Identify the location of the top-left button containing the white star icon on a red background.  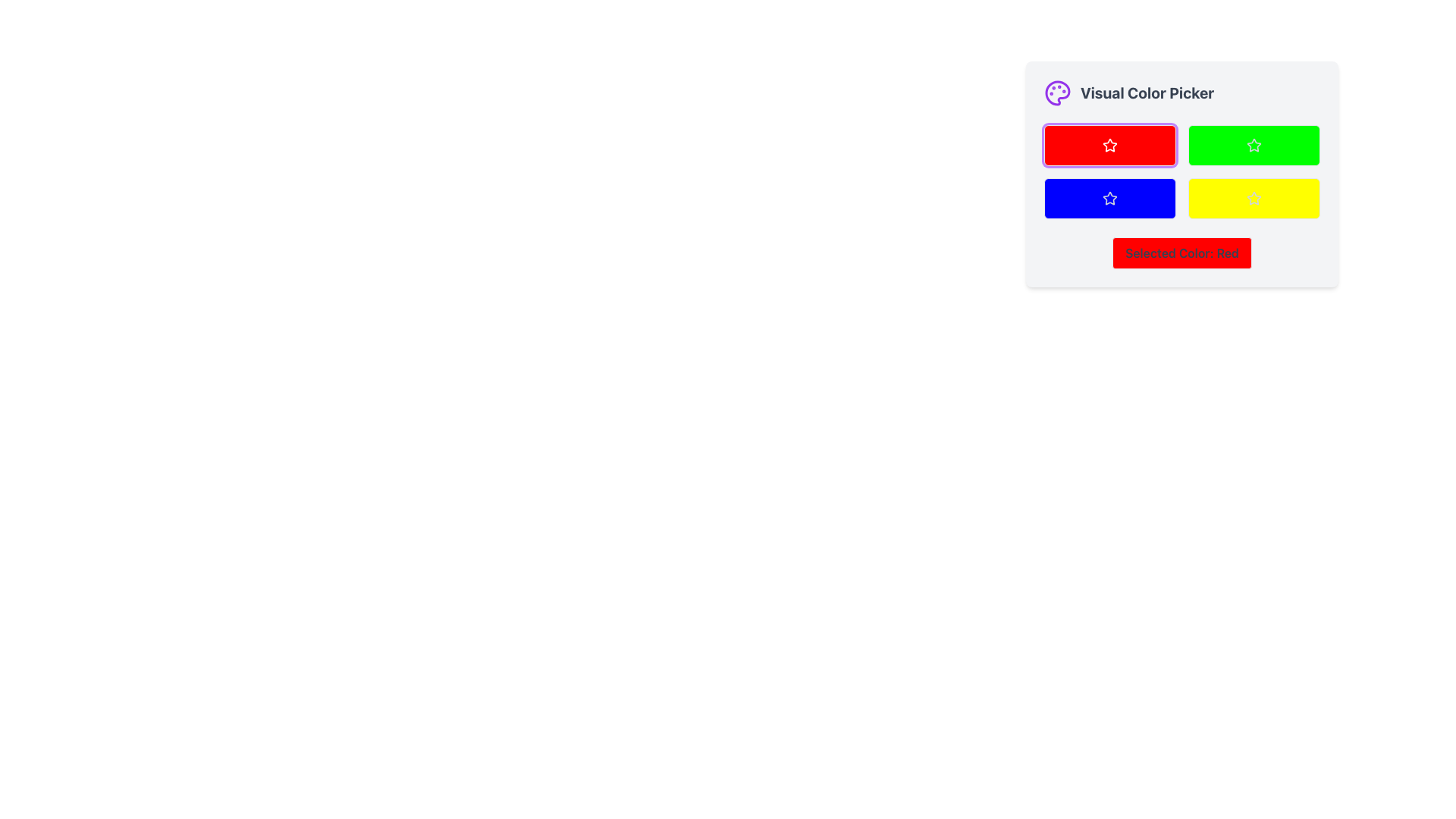
(1109, 145).